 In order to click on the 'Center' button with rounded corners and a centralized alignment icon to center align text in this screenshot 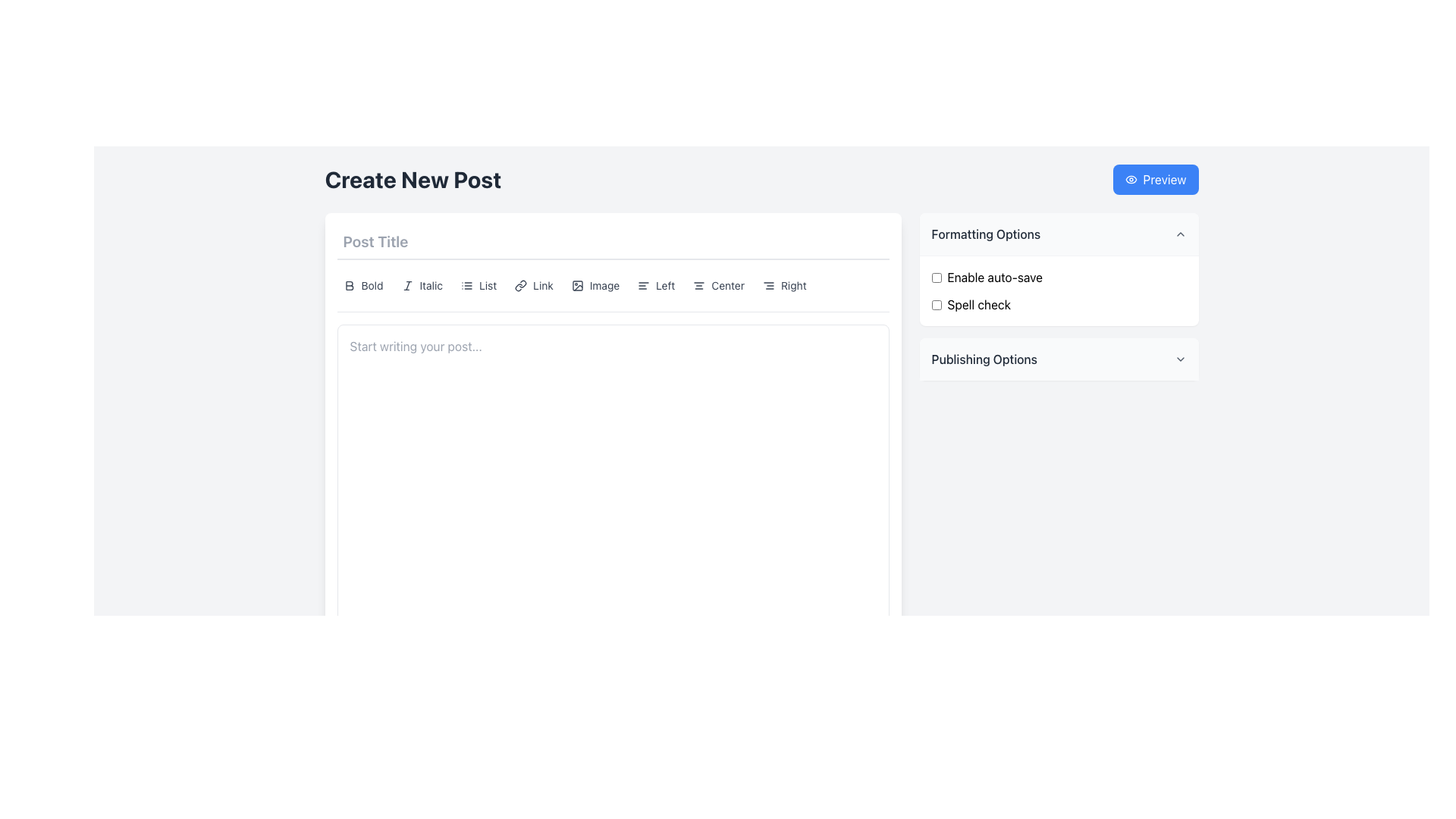, I will do `click(718, 286)`.